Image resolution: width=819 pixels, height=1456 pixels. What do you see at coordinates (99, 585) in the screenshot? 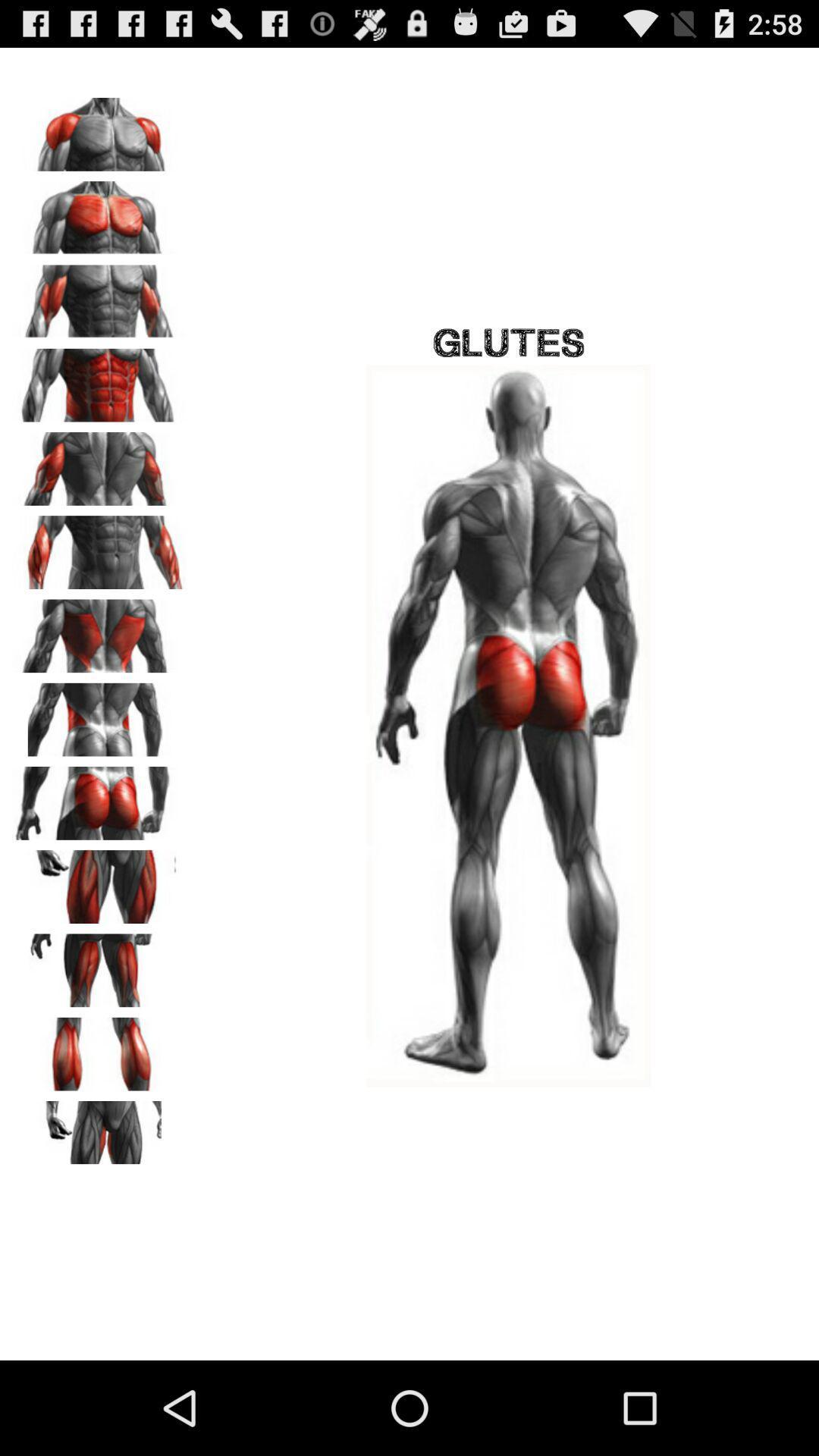
I see `the pause icon` at bounding box center [99, 585].